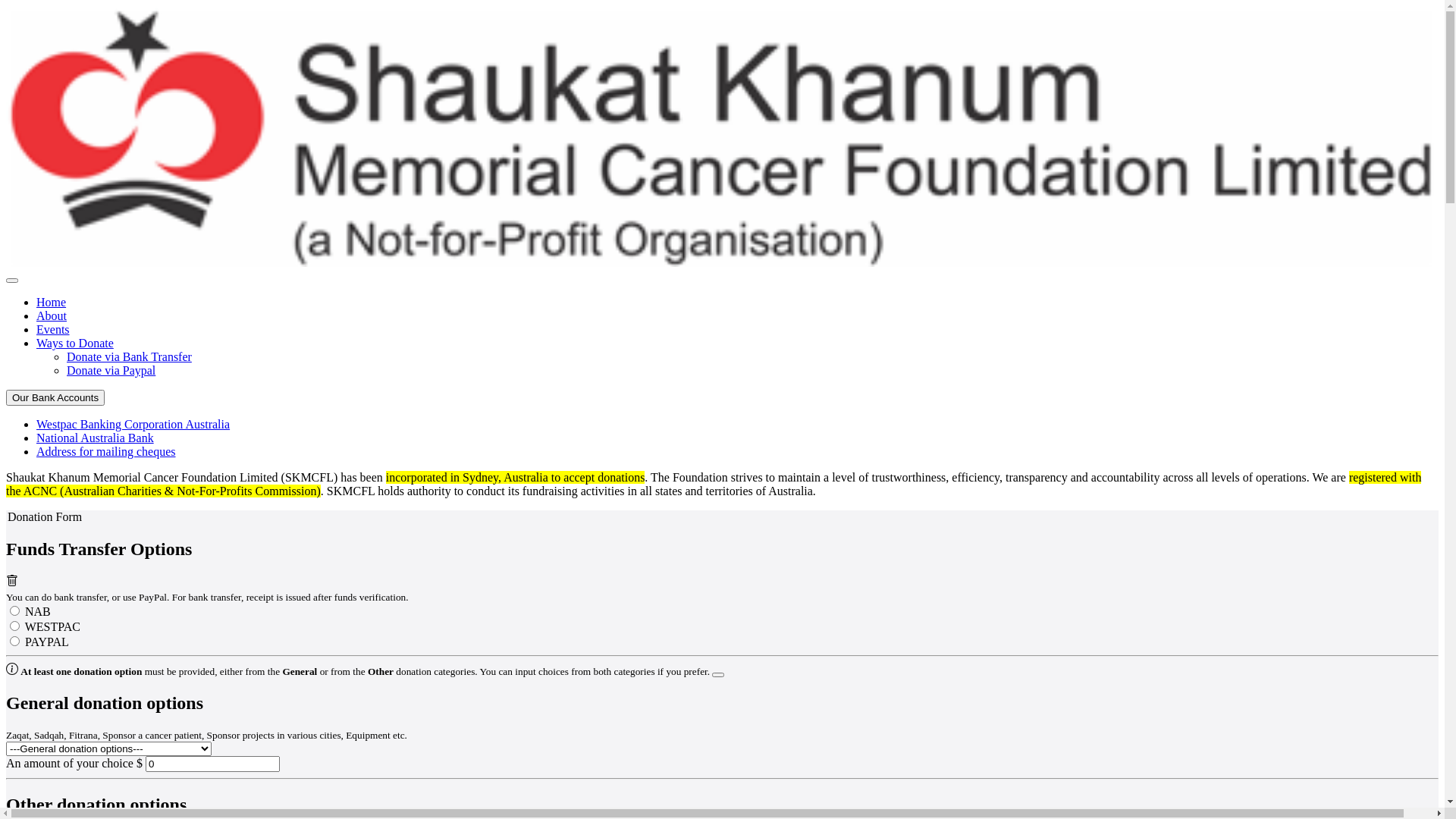 This screenshot has width=1456, height=819. I want to click on 'Clear selection', so click(11, 582).